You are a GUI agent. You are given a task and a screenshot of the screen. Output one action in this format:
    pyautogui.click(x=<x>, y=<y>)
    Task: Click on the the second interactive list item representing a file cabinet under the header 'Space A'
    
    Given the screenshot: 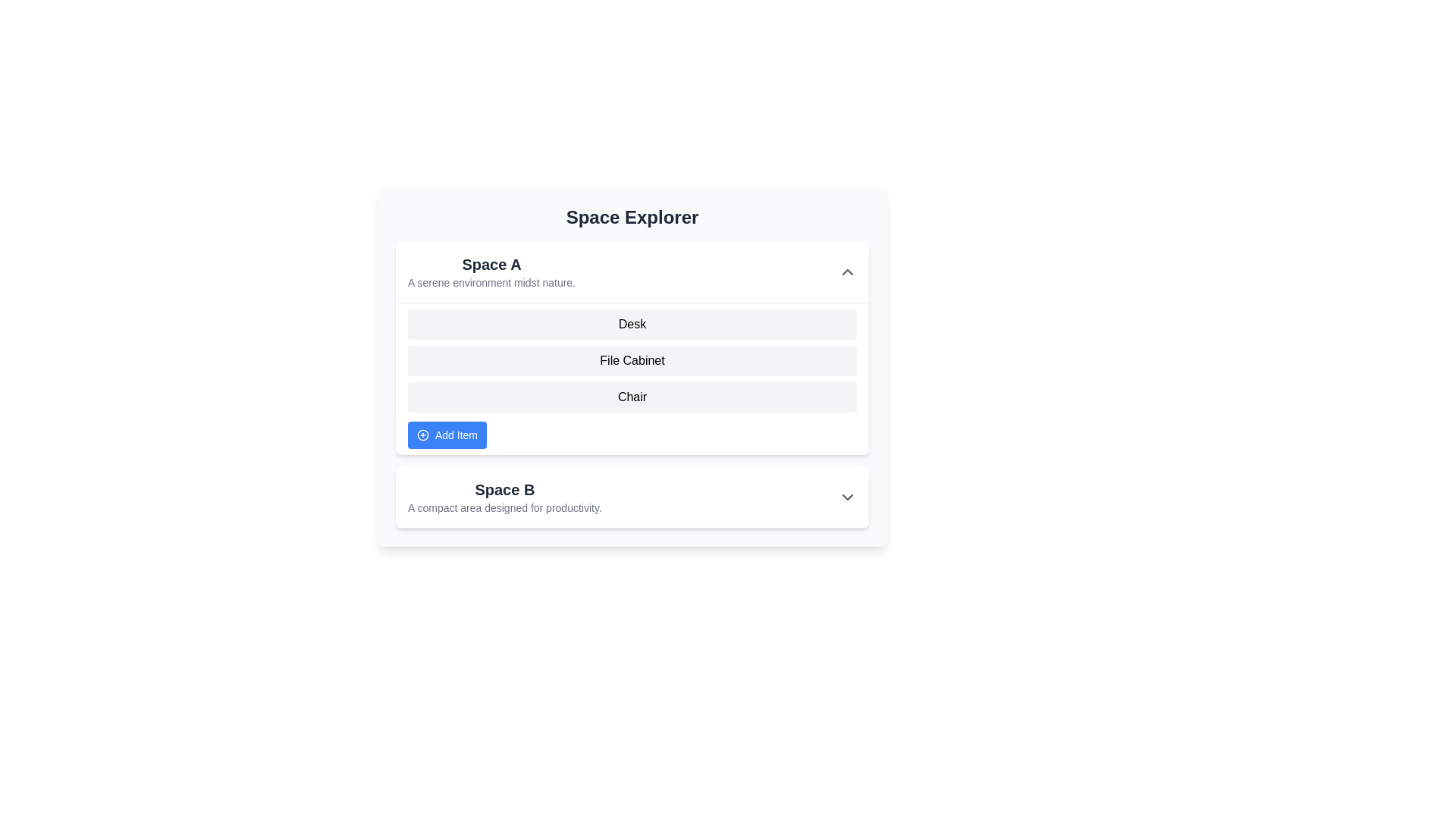 What is the action you would take?
    pyautogui.click(x=632, y=366)
    